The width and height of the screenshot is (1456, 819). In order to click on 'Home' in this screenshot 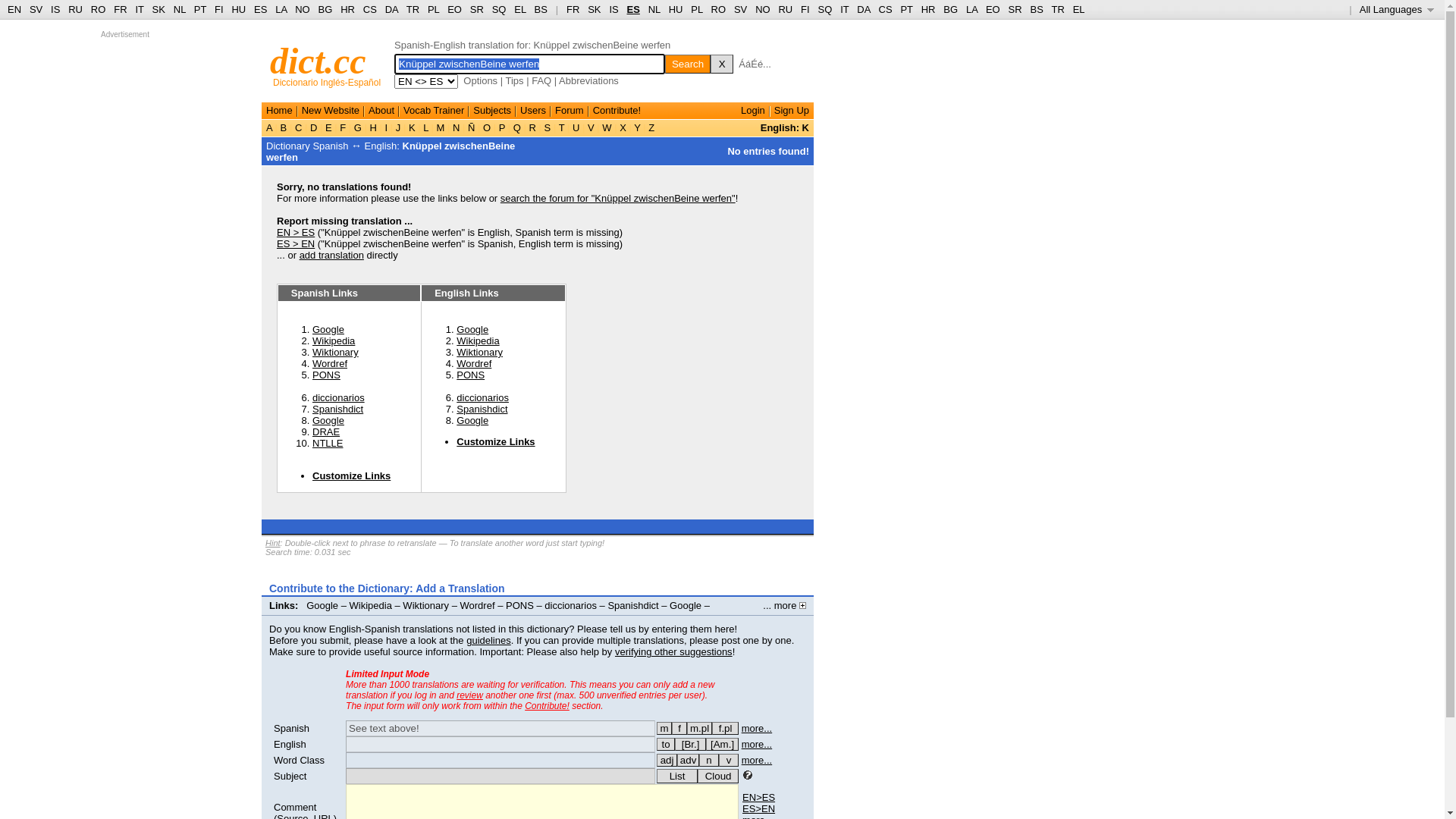, I will do `click(279, 109)`.